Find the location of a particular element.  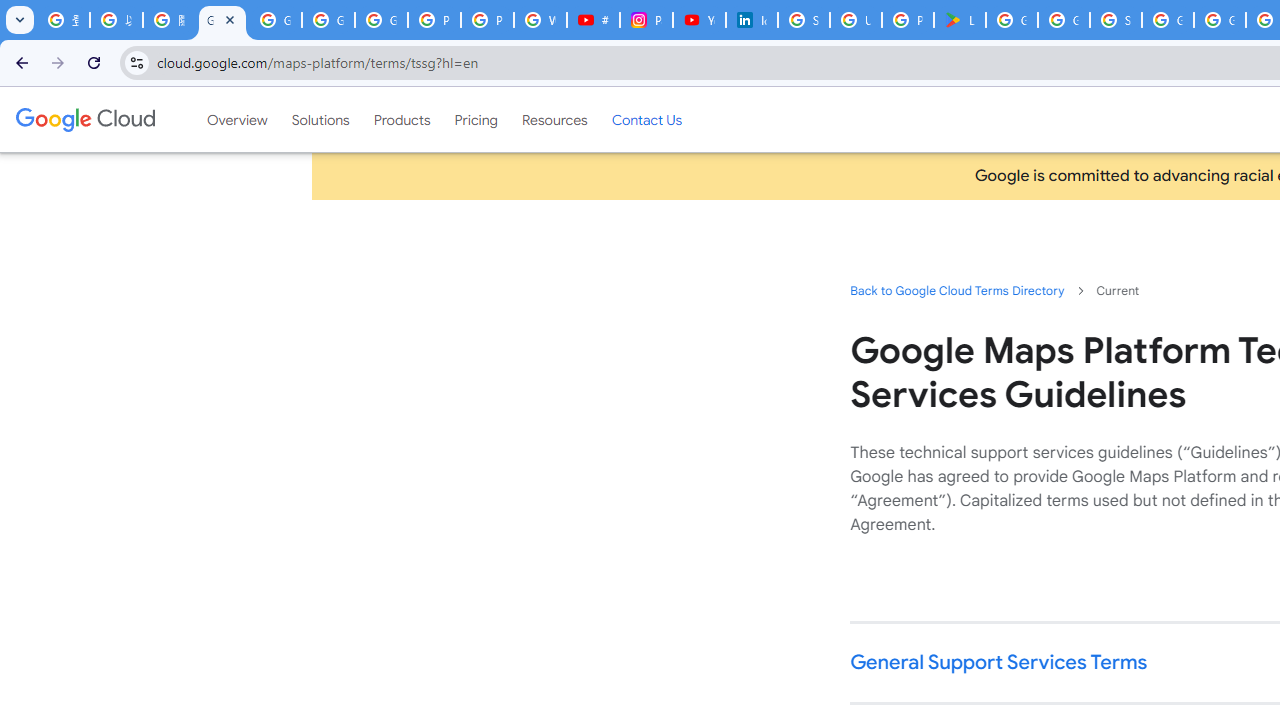

'Products' is located at coordinates (400, 119).